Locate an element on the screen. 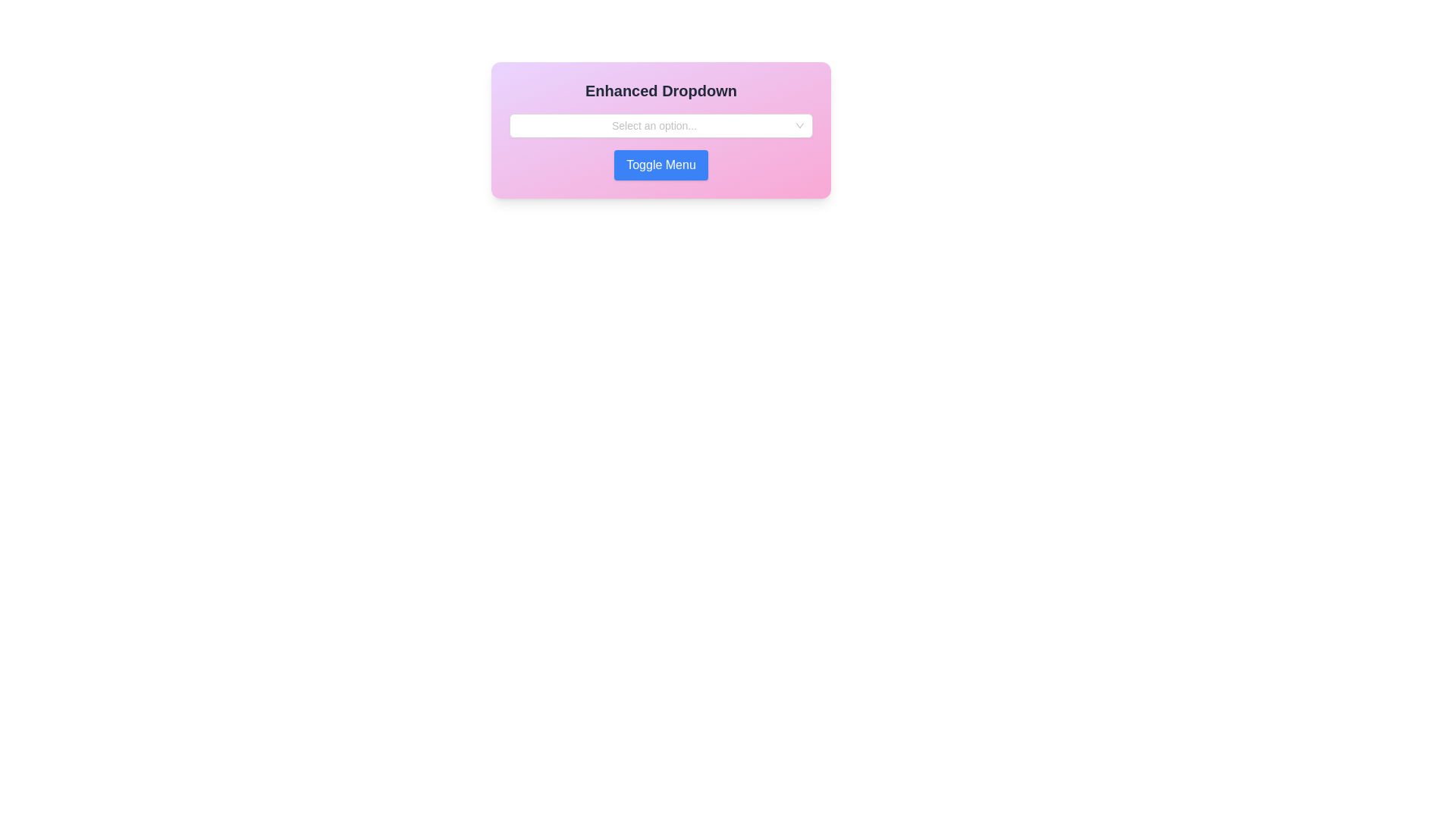 This screenshot has width=1456, height=819. the Enhanced Dropdown combobox element by tabbing to it, which is positioned centrally below the 'Enhanced Dropdown' text and above the 'Toggle Menu' button is located at coordinates (661, 124).